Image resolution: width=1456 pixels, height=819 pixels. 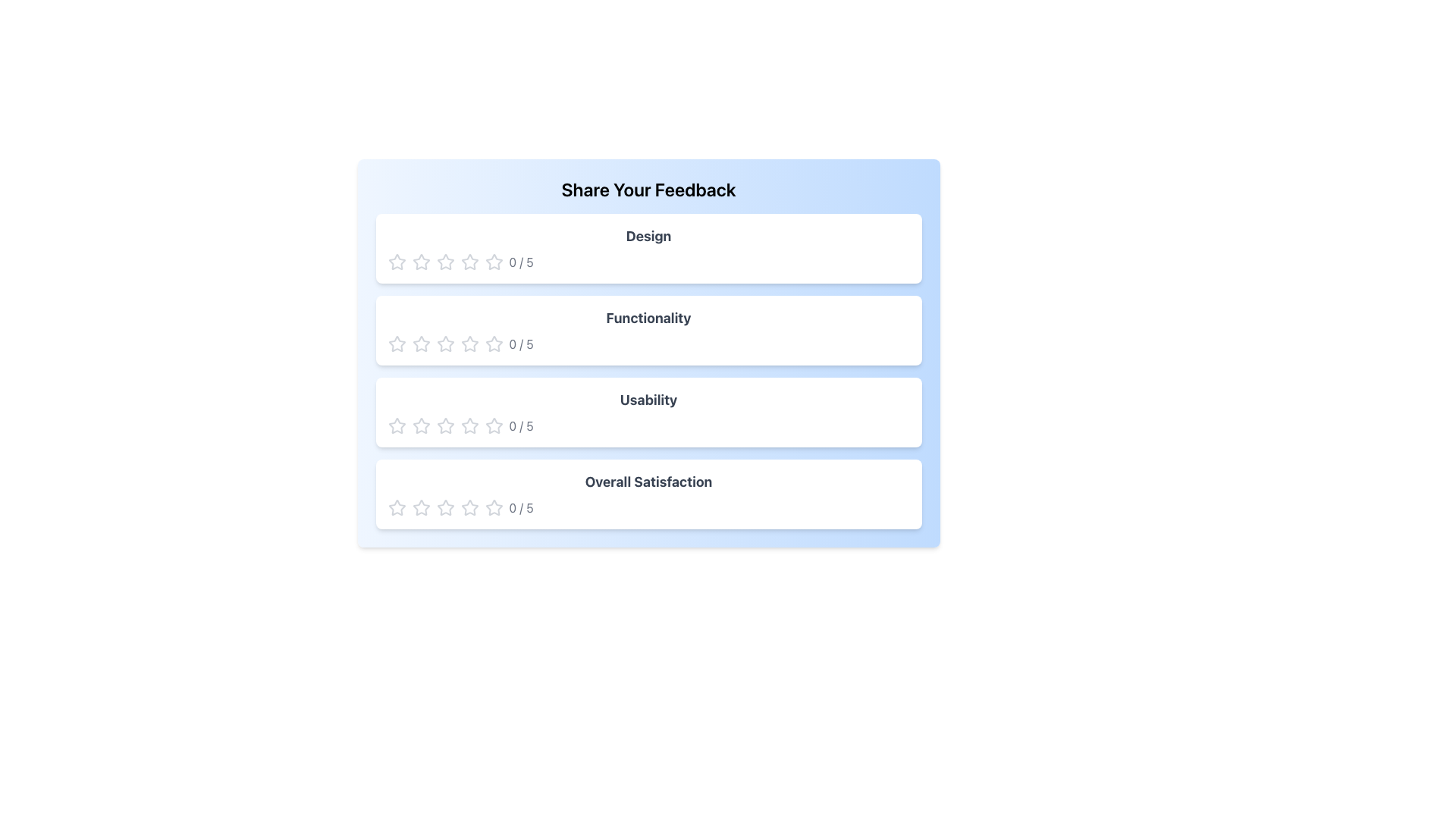 What do you see at coordinates (444, 261) in the screenshot?
I see `the second star icon in the 'Design' rating section of the 'Share Your Feedback' interface to rate it` at bounding box center [444, 261].